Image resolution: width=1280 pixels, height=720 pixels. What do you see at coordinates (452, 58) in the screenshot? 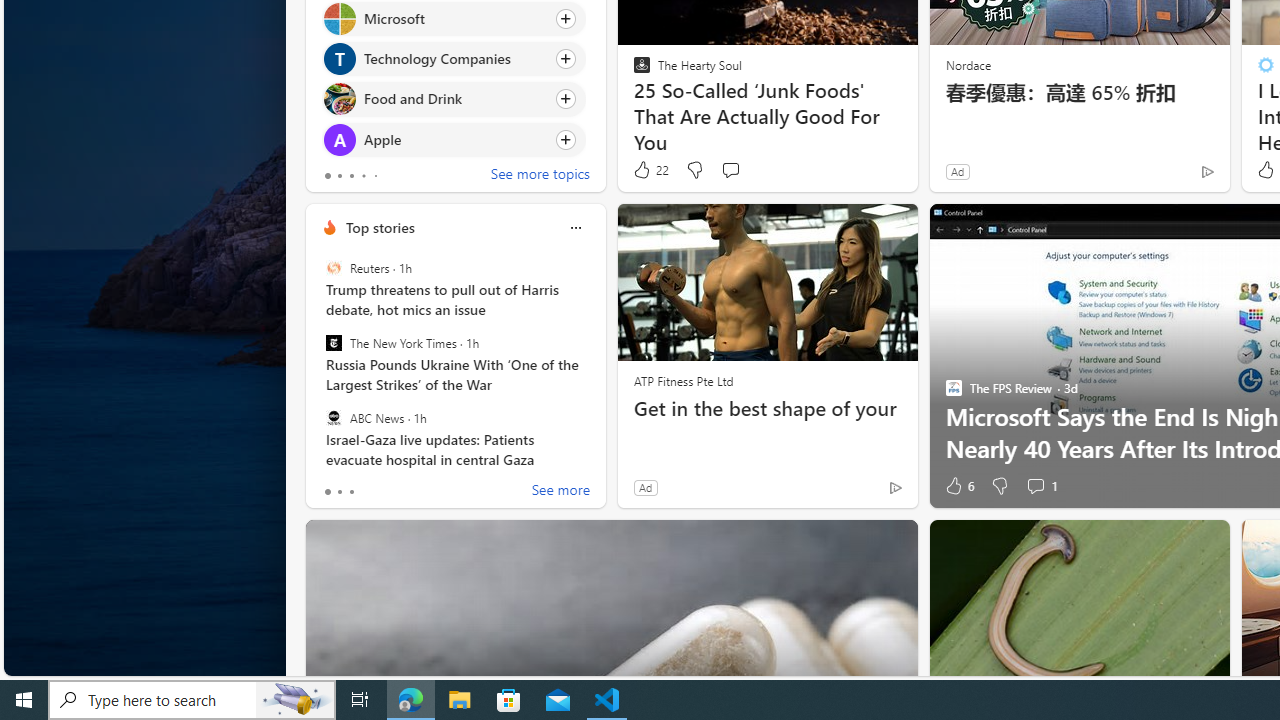
I see `'Click to follow topic Technology Companies'` at bounding box center [452, 58].